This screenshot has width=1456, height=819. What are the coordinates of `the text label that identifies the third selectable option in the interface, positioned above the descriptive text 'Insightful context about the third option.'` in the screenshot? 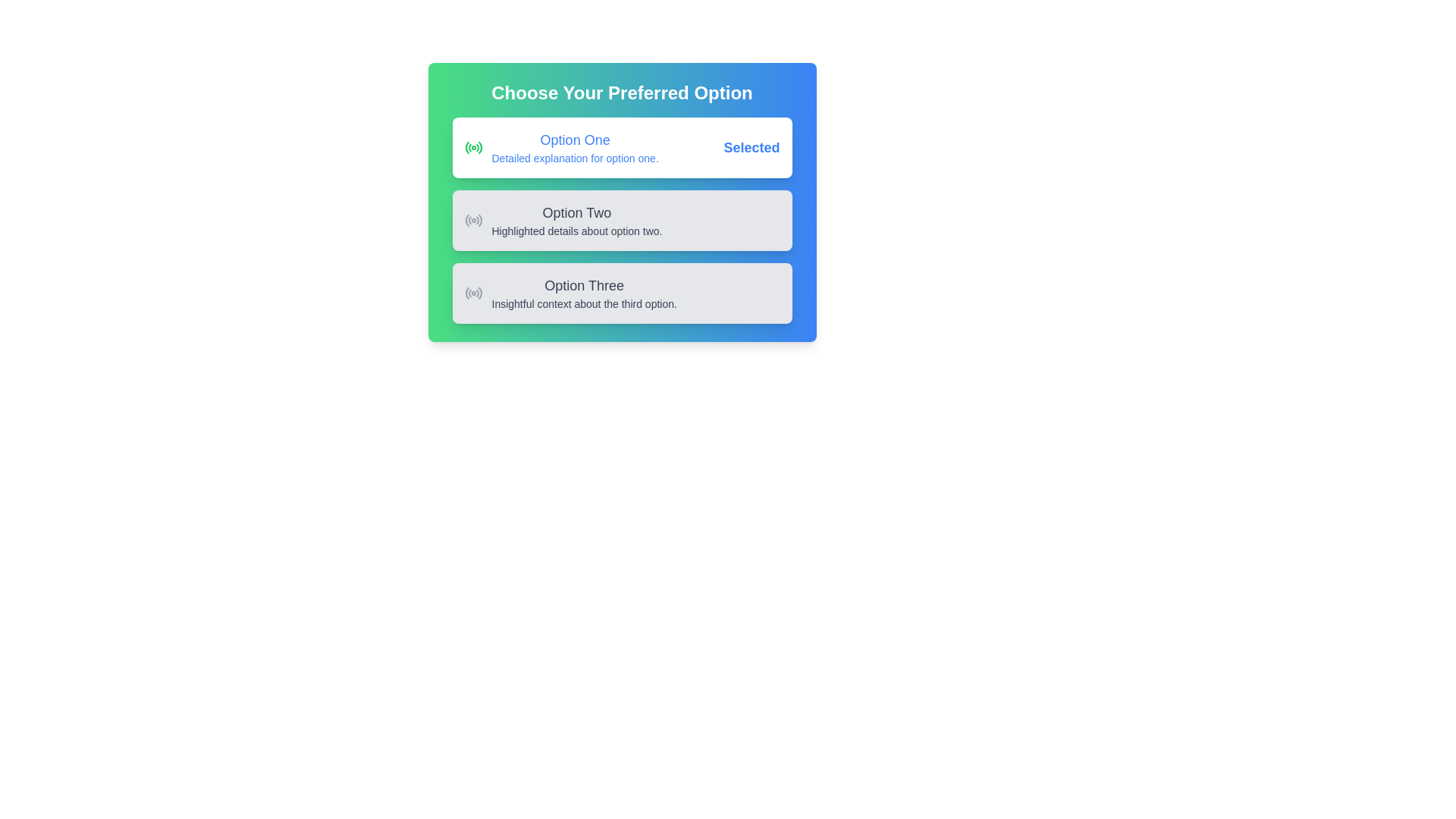 It's located at (583, 286).